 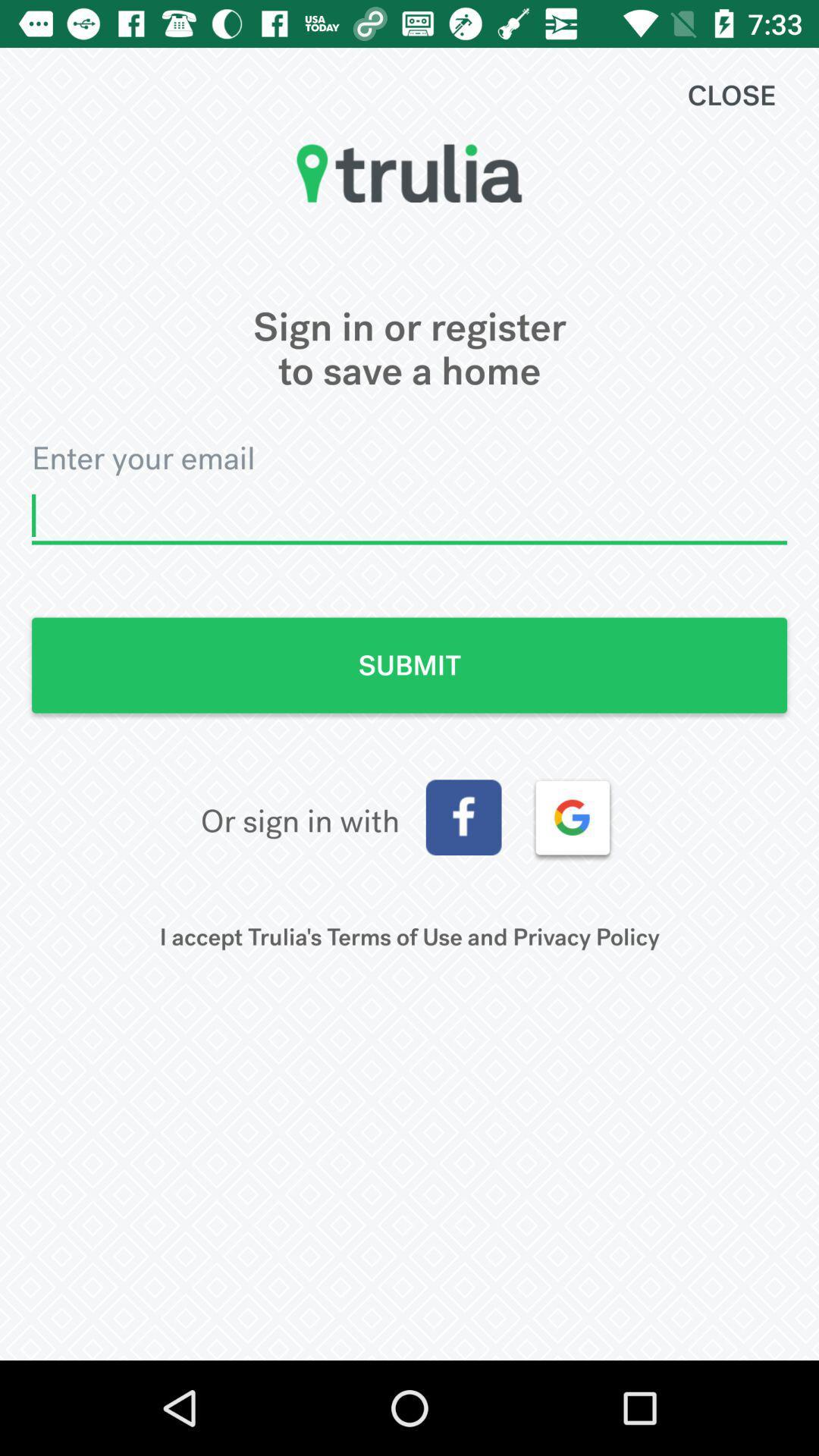 I want to click on enters email address, so click(x=409, y=516).